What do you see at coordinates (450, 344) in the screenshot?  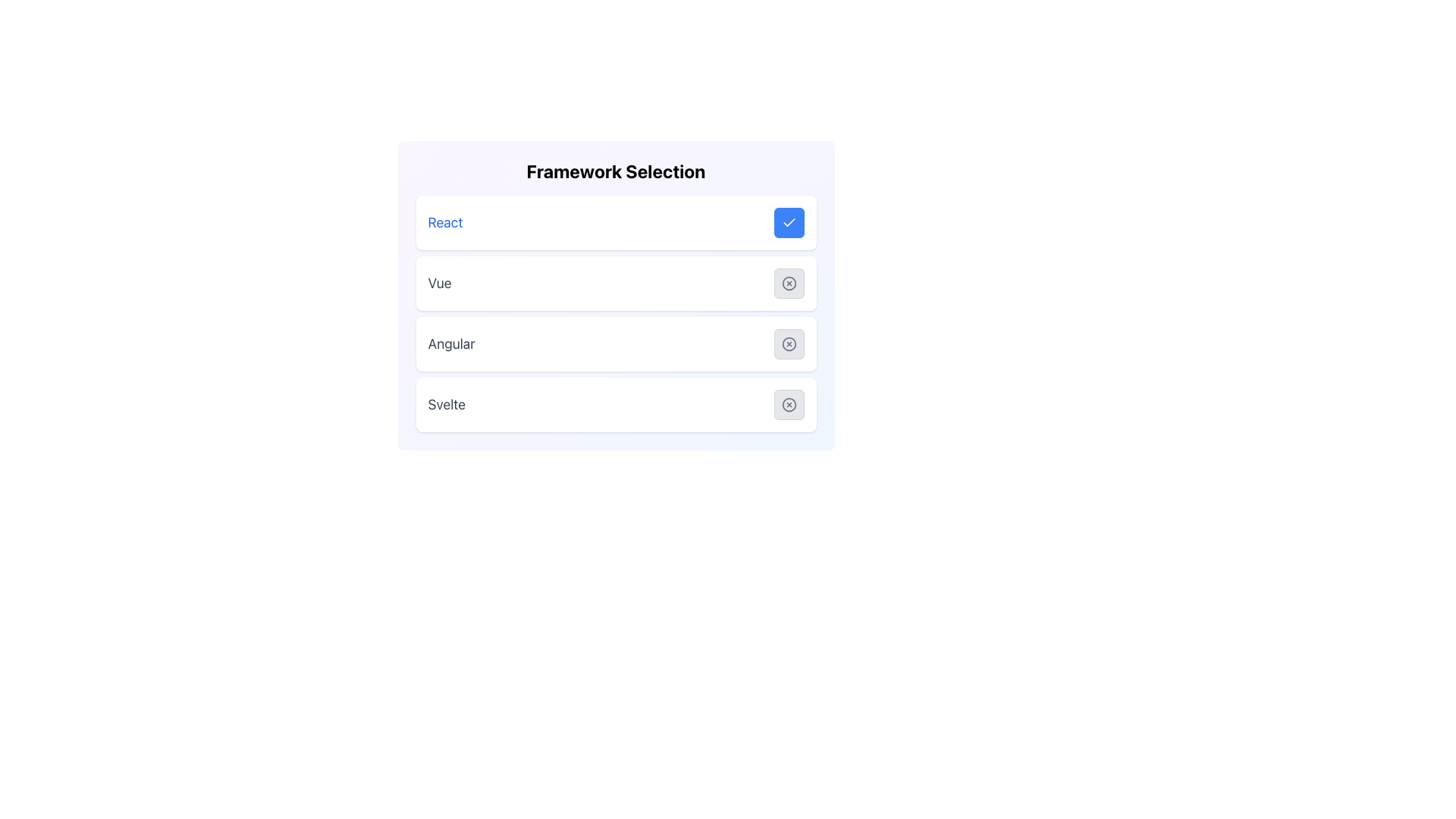 I see `the text label displaying 'Angular' in bold gray font, which is part of the second selectable card in the 'Framework Selection' layout` at bounding box center [450, 344].